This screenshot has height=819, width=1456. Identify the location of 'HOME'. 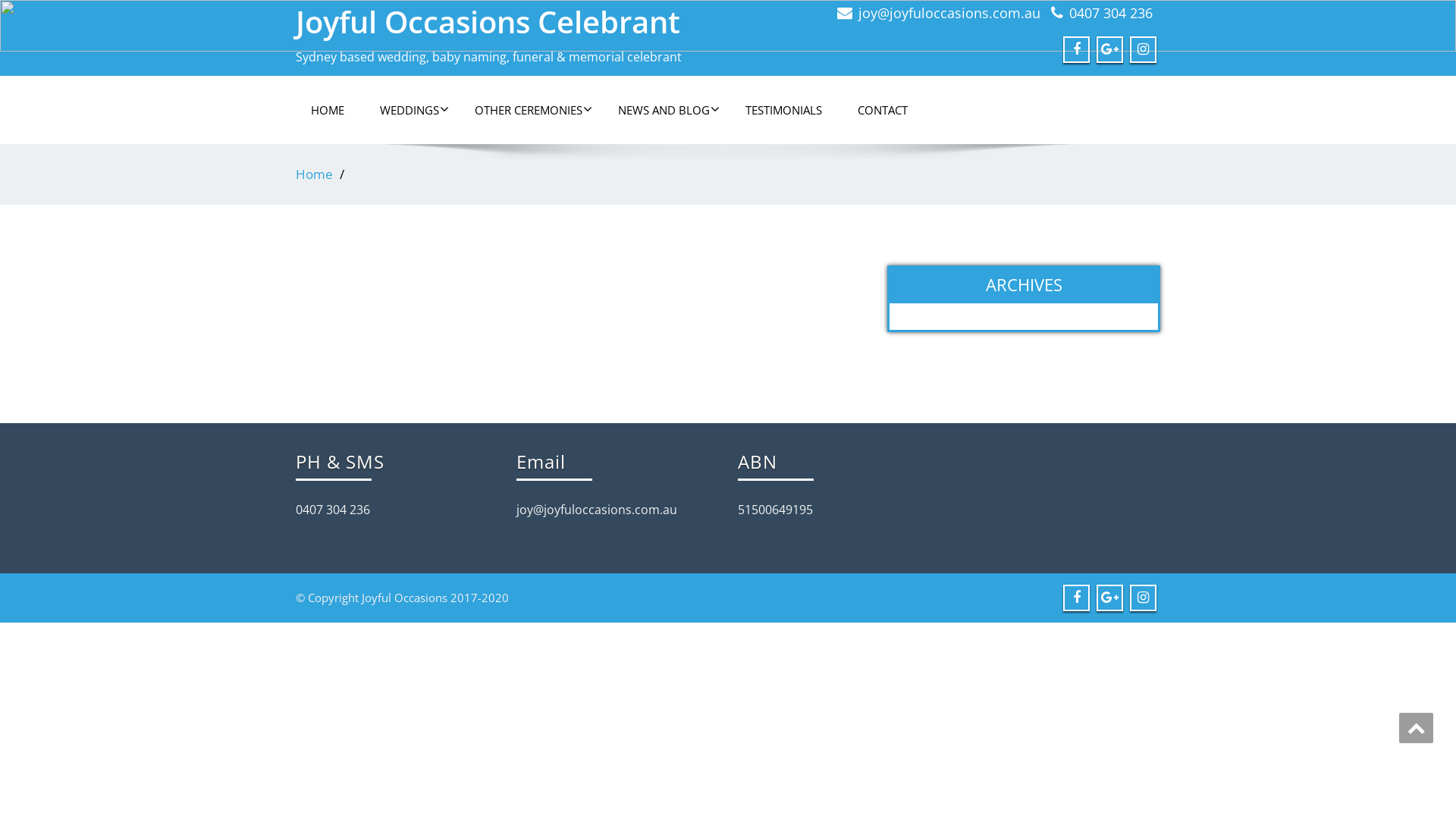
(327, 109).